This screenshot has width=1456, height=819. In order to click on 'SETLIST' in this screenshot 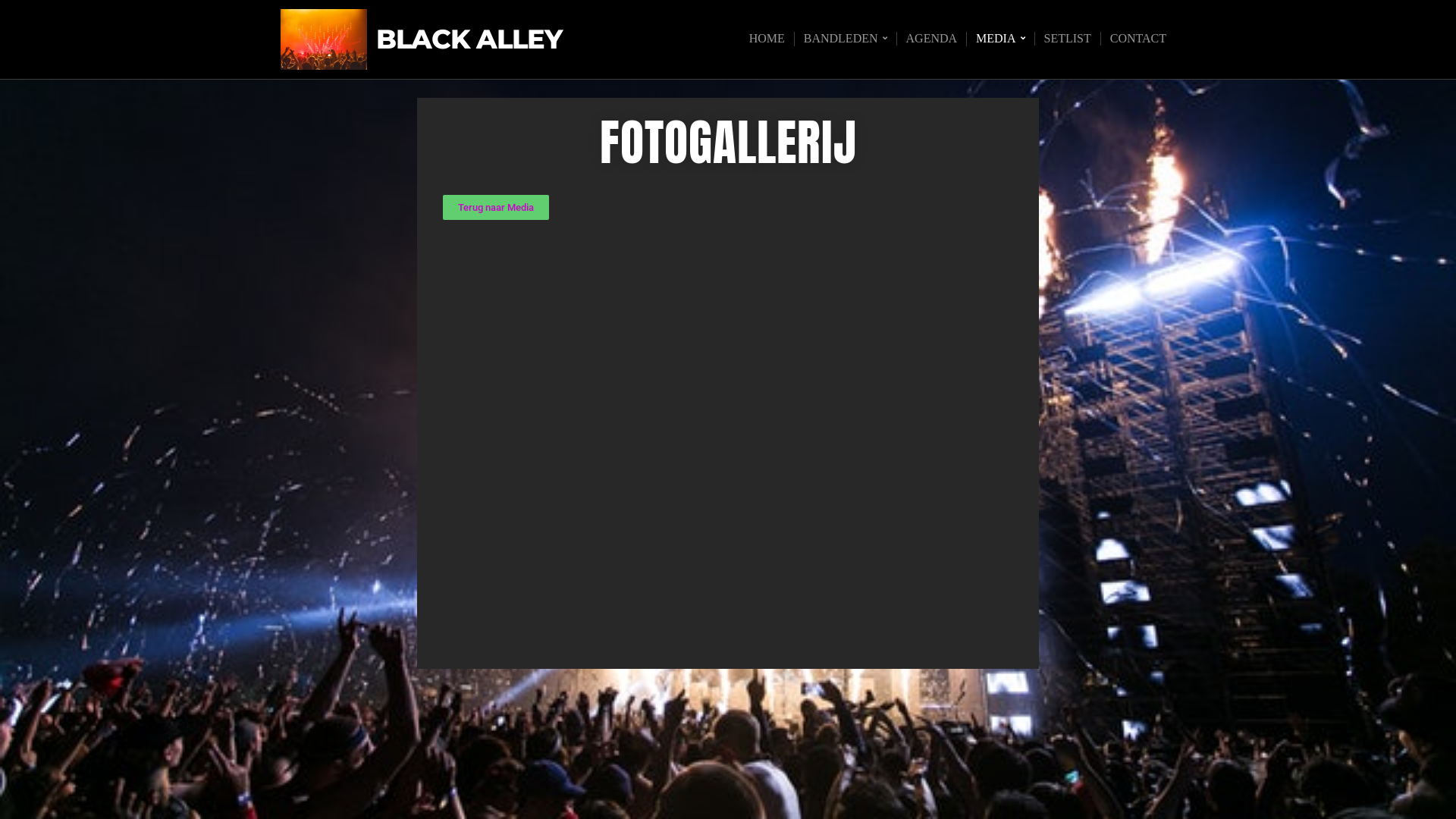, I will do `click(1066, 37)`.